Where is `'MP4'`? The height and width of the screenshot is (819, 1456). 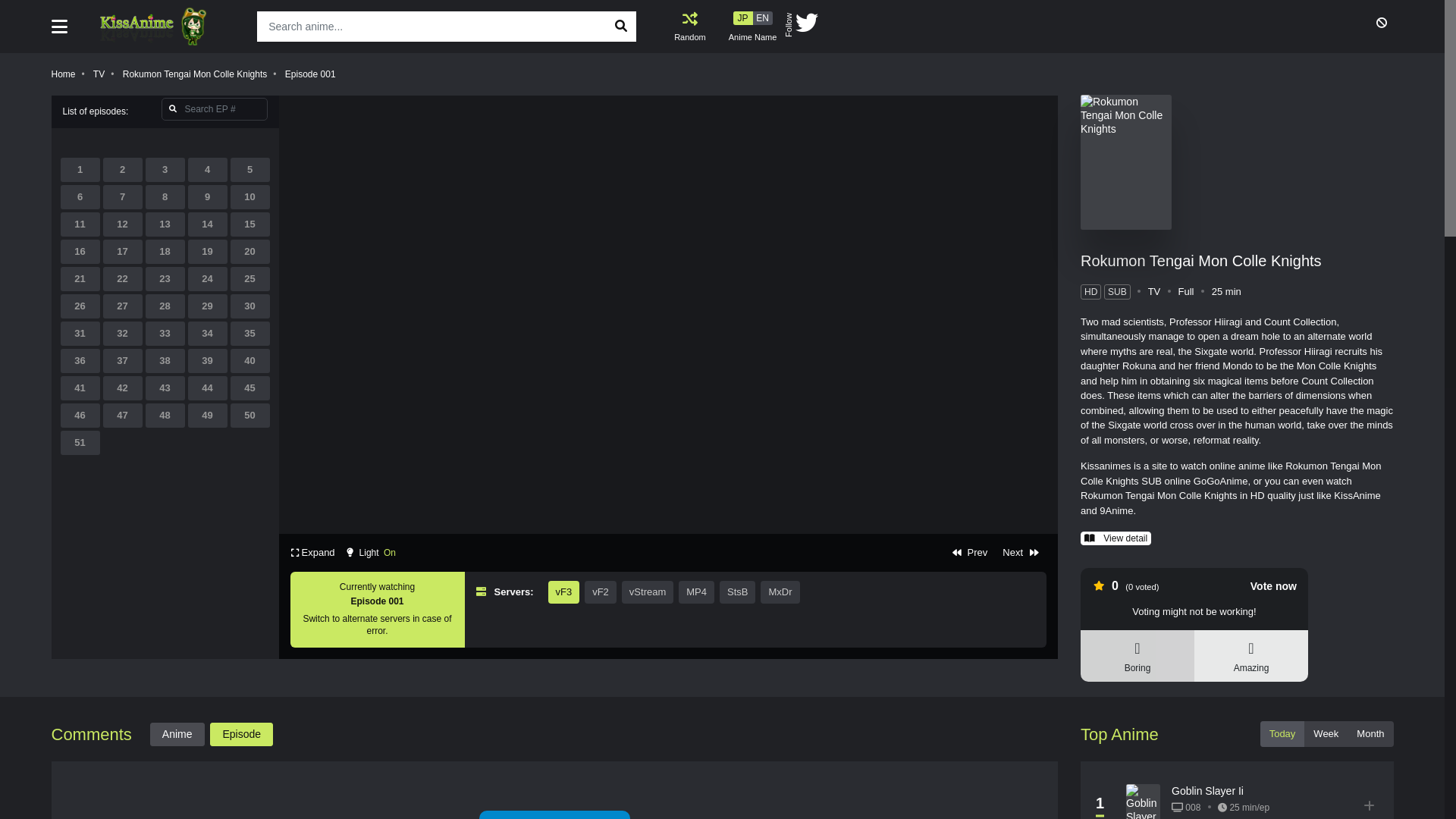
'MP4' is located at coordinates (695, 591).